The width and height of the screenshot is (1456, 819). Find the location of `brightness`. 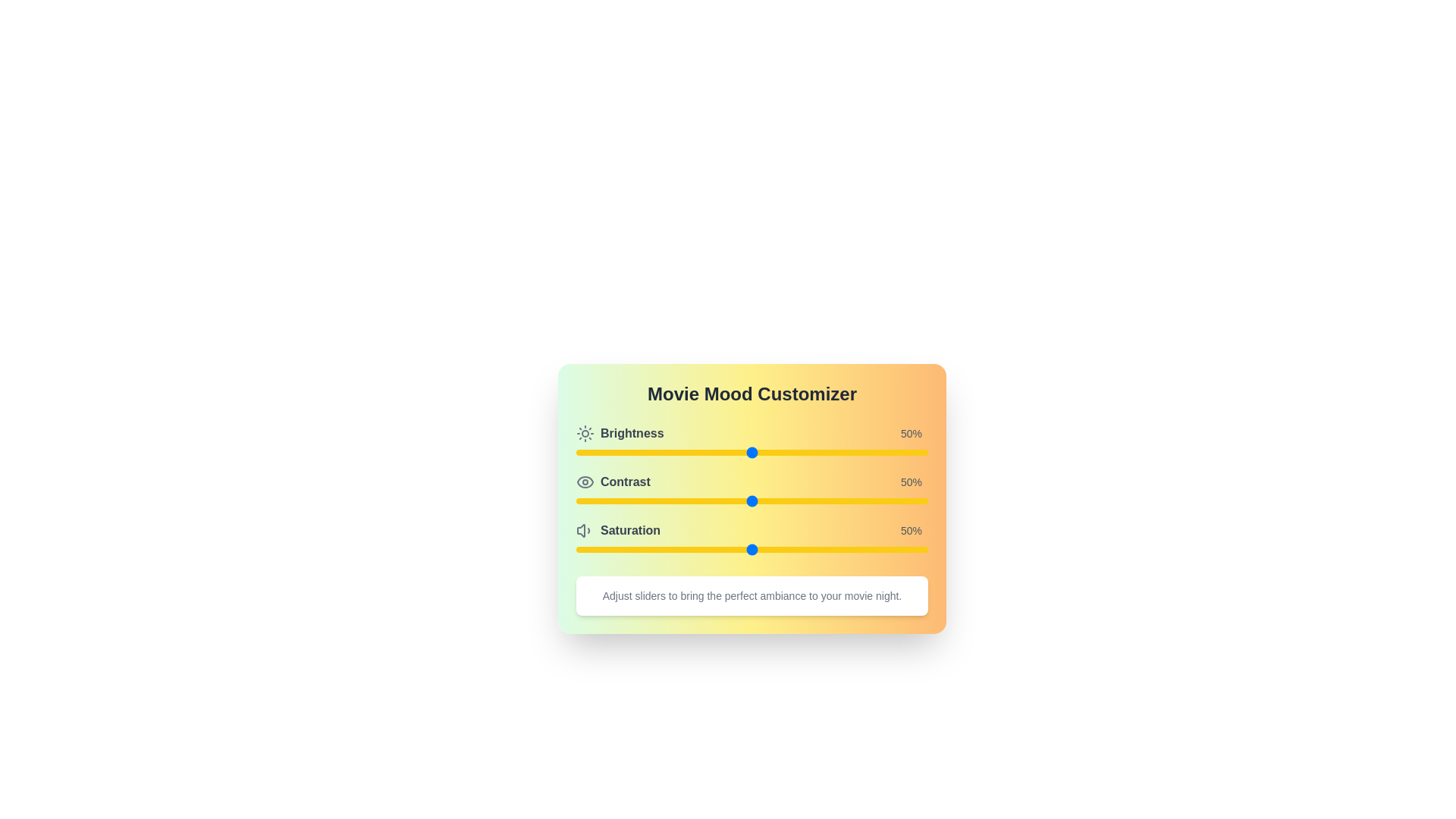

brightness is located at coordinates (811, 452).